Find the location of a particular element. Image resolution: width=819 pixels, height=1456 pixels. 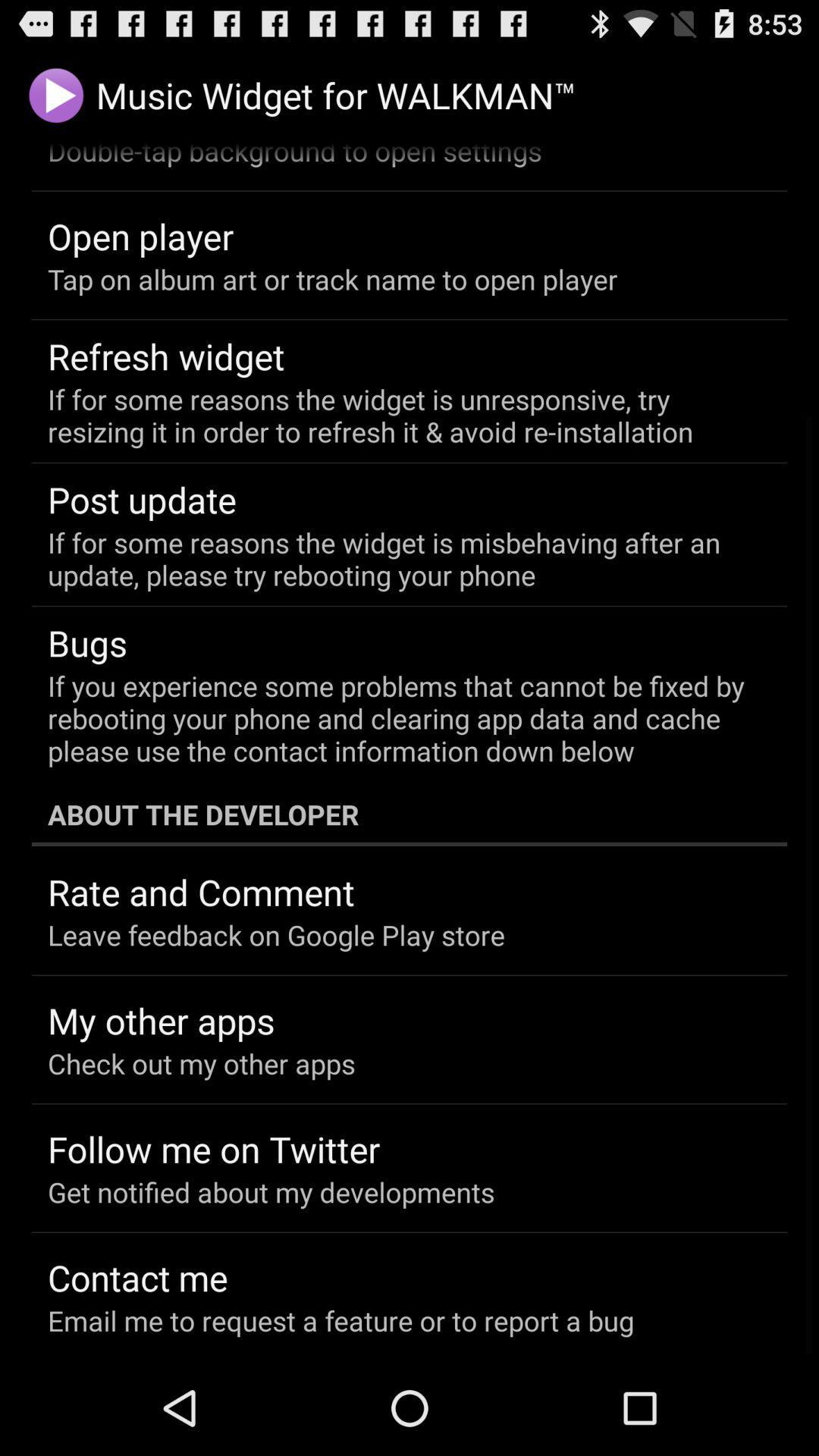

the app above the follow me on is located at coordinates (200, 1062).